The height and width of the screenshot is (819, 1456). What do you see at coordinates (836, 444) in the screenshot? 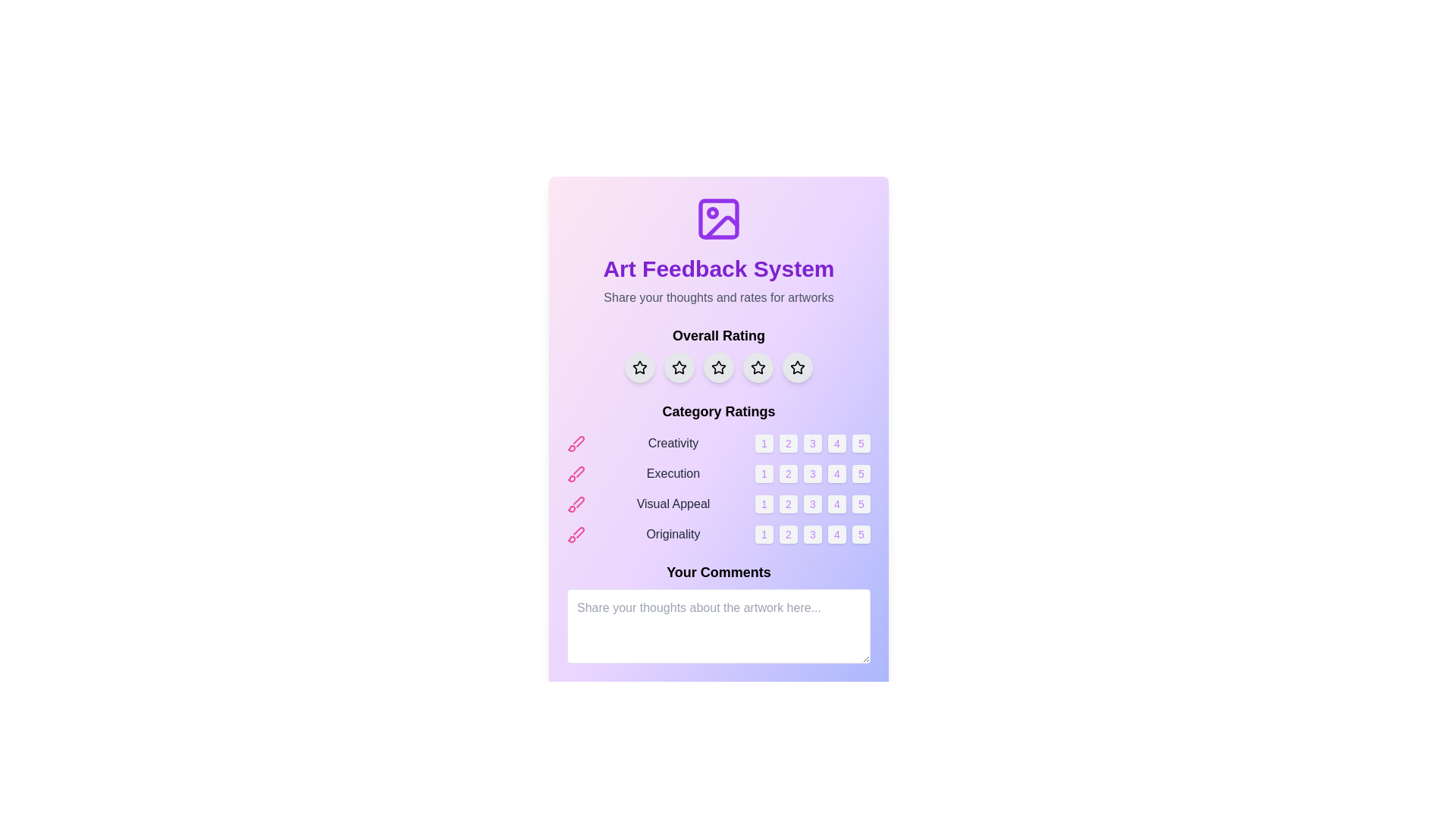
I see `the fourth button labeled '4' in the 'Creativity' category` at bounding box center [836, 444].